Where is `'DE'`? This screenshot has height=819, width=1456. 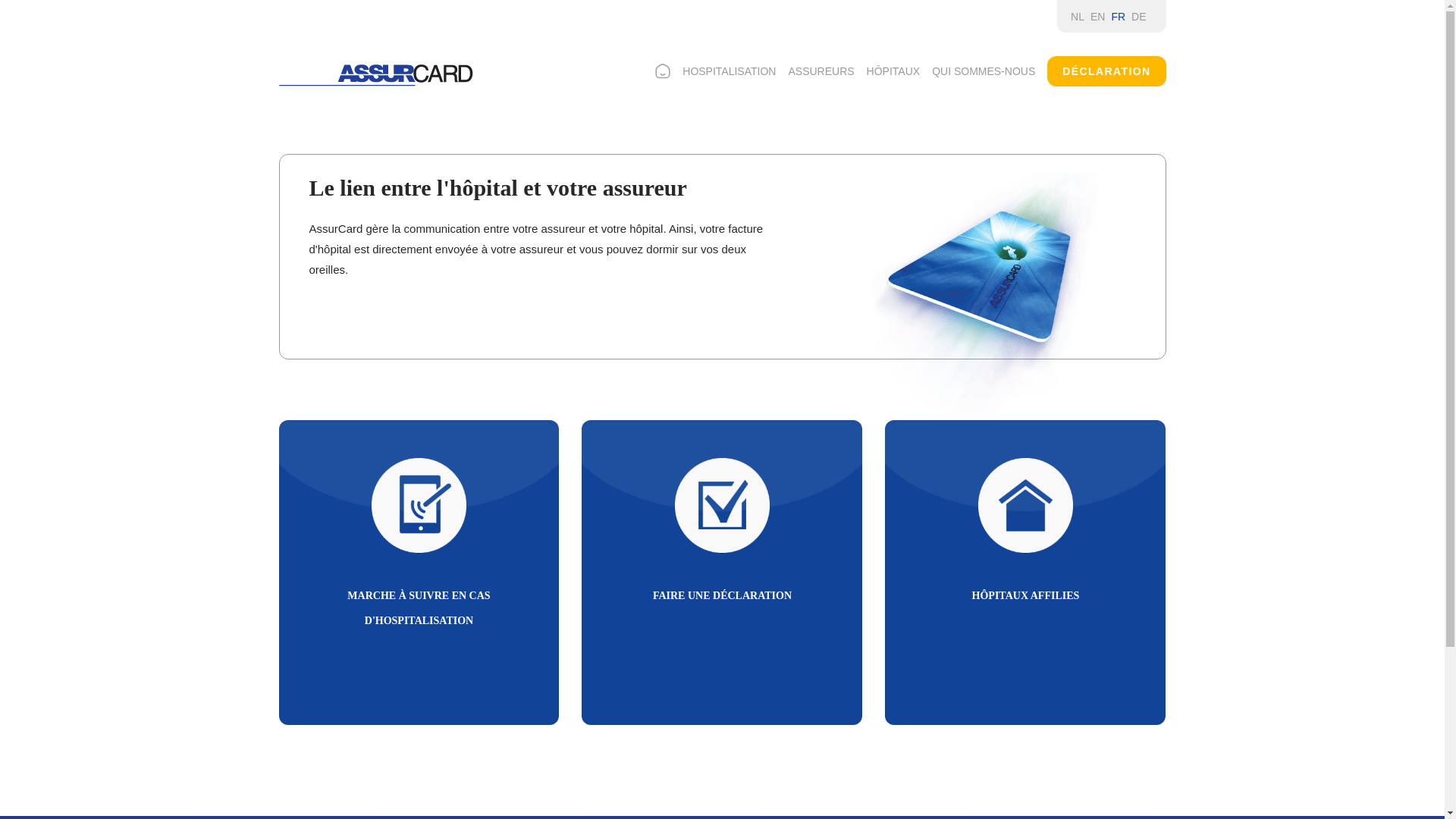 'DE' is located at coordinates (1138, 17).